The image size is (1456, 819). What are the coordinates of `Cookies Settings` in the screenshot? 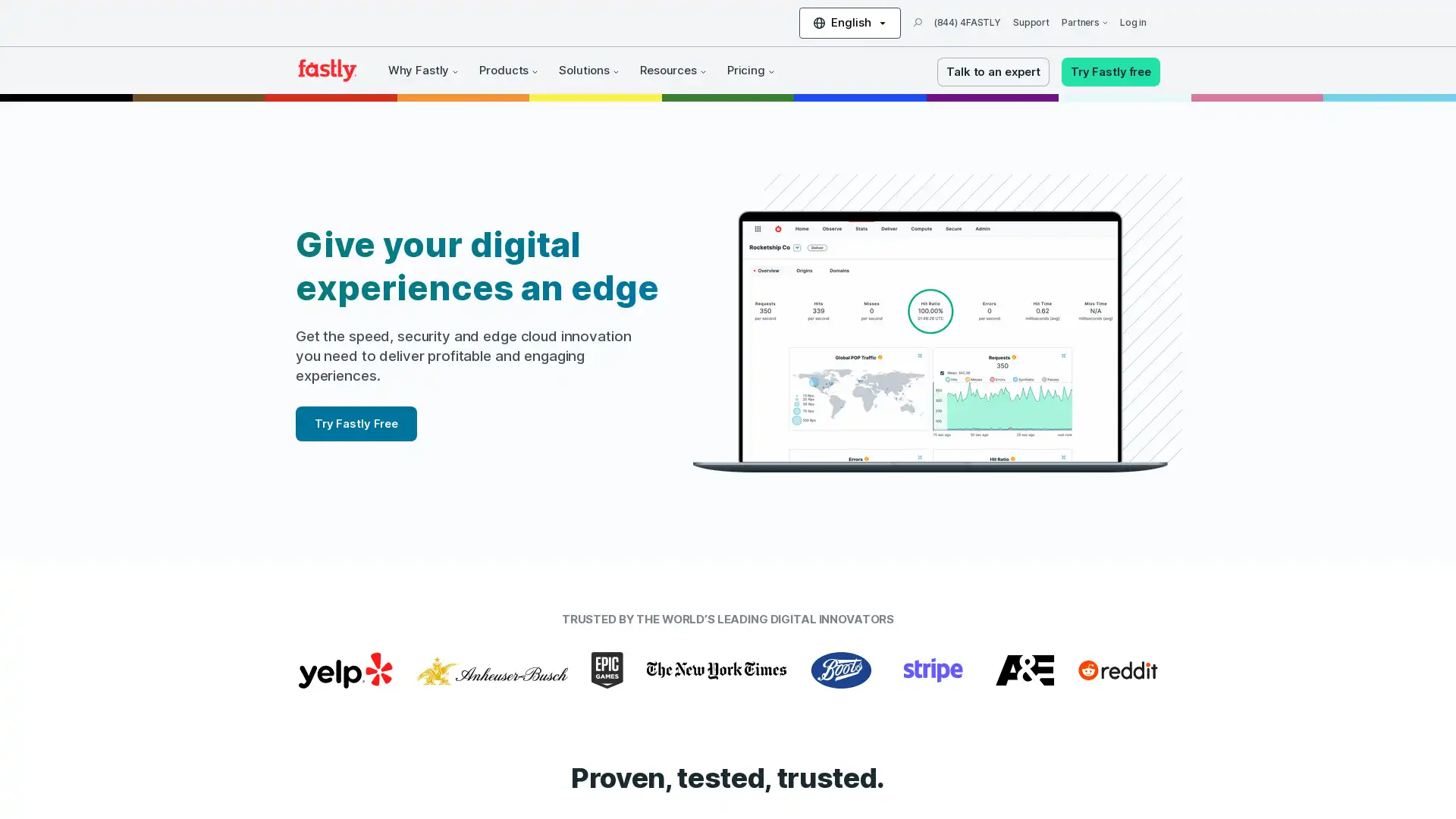 It's located at (154, 761).